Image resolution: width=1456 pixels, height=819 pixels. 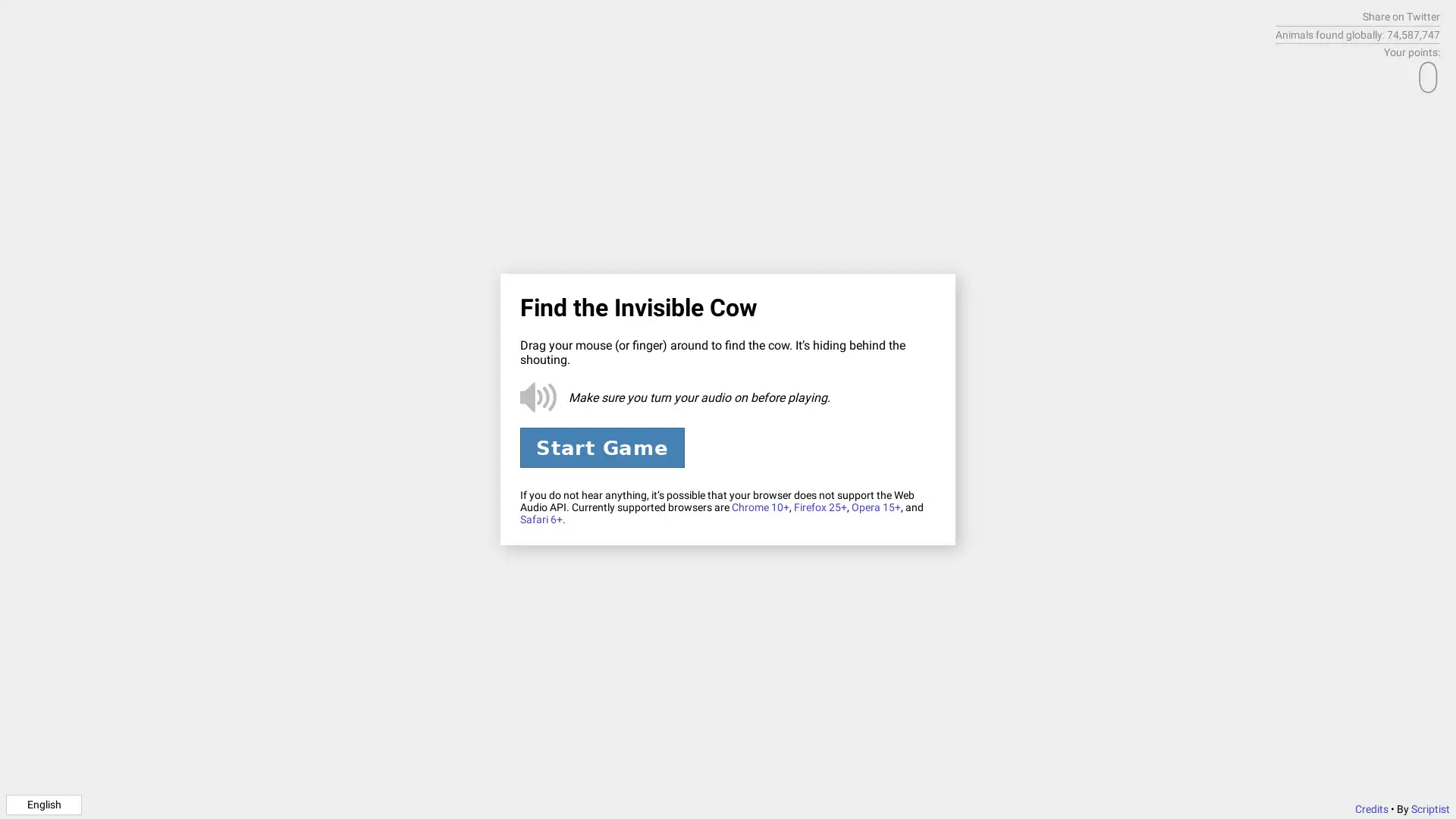 What do you see at coordinates (43, 803) in the screenshot?
I see `English` at bounding box center [43, 803].